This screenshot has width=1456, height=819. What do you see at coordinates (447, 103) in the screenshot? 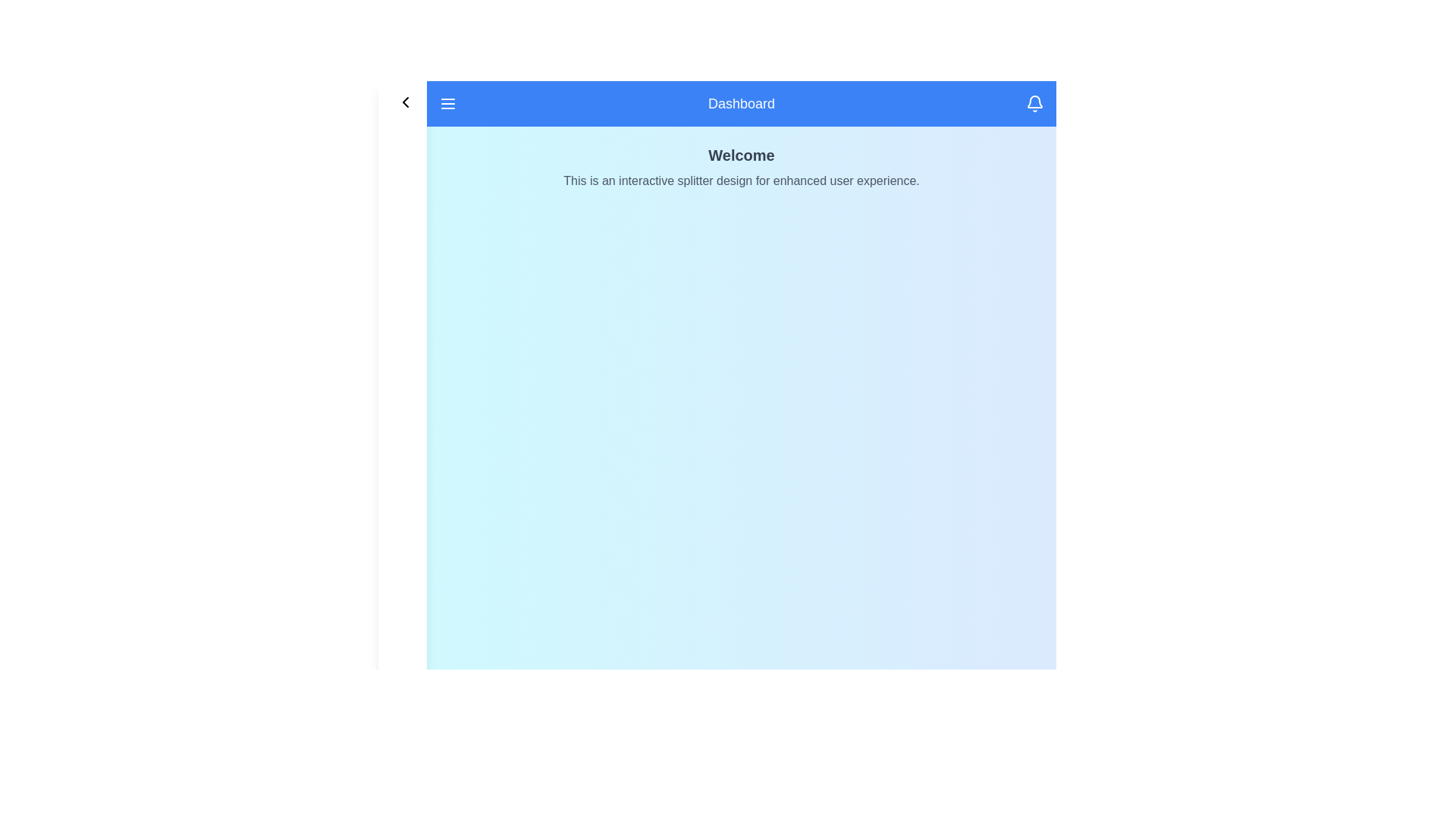
I see `the menu icon represented by three horizontal lines on the blue top bar named 'Dashboard'` at bounding box center [447, 103].